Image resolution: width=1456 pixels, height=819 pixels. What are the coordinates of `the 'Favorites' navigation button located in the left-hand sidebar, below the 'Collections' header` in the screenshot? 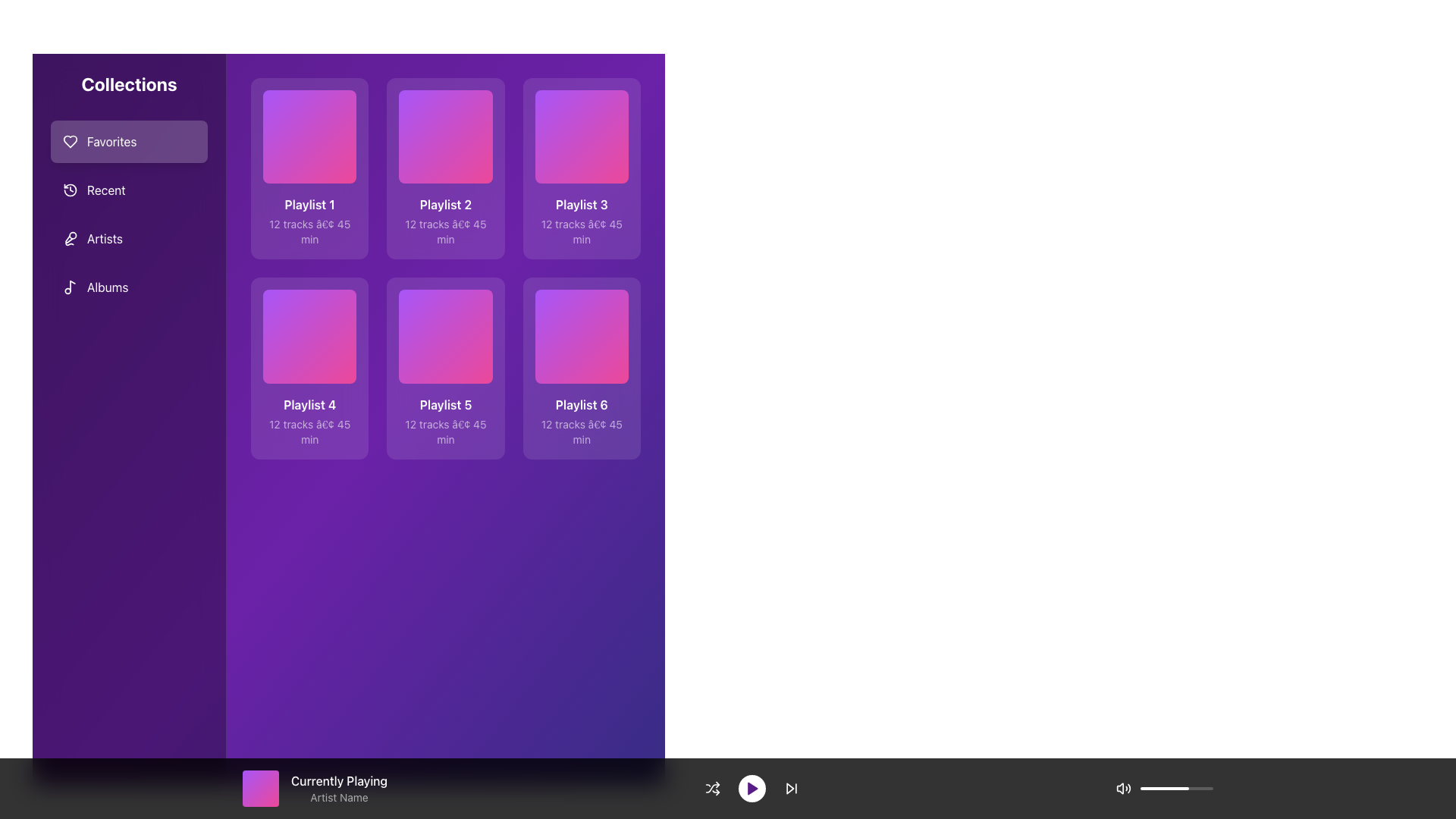 It's located at (129, 141).